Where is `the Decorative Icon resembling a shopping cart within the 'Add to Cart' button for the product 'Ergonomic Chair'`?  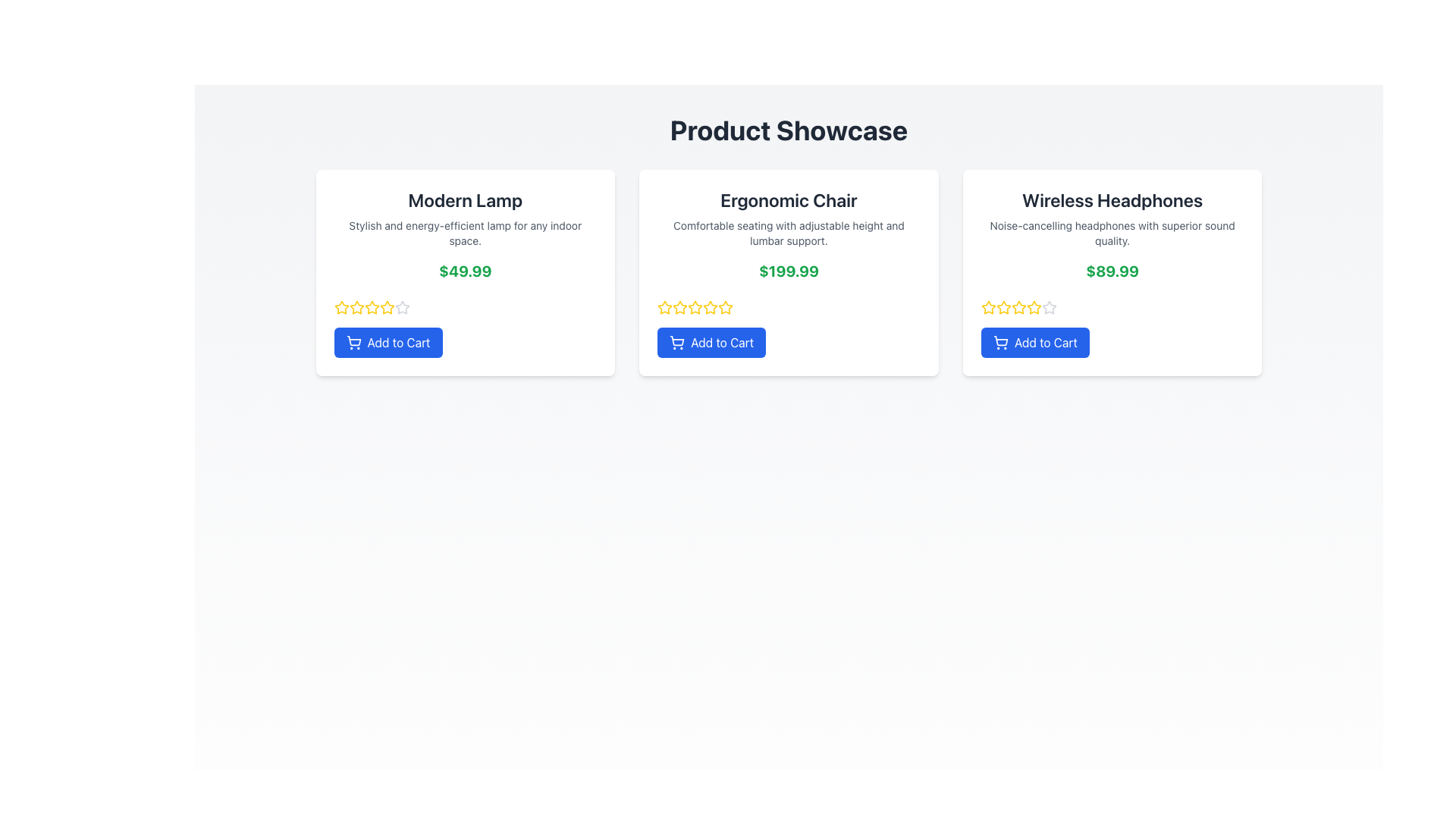 the Decorative Icon resembling a shopping cart within the 'Add to Cart' button for the product 'Ergonomic Chair' is located at coordinates (676, 340).